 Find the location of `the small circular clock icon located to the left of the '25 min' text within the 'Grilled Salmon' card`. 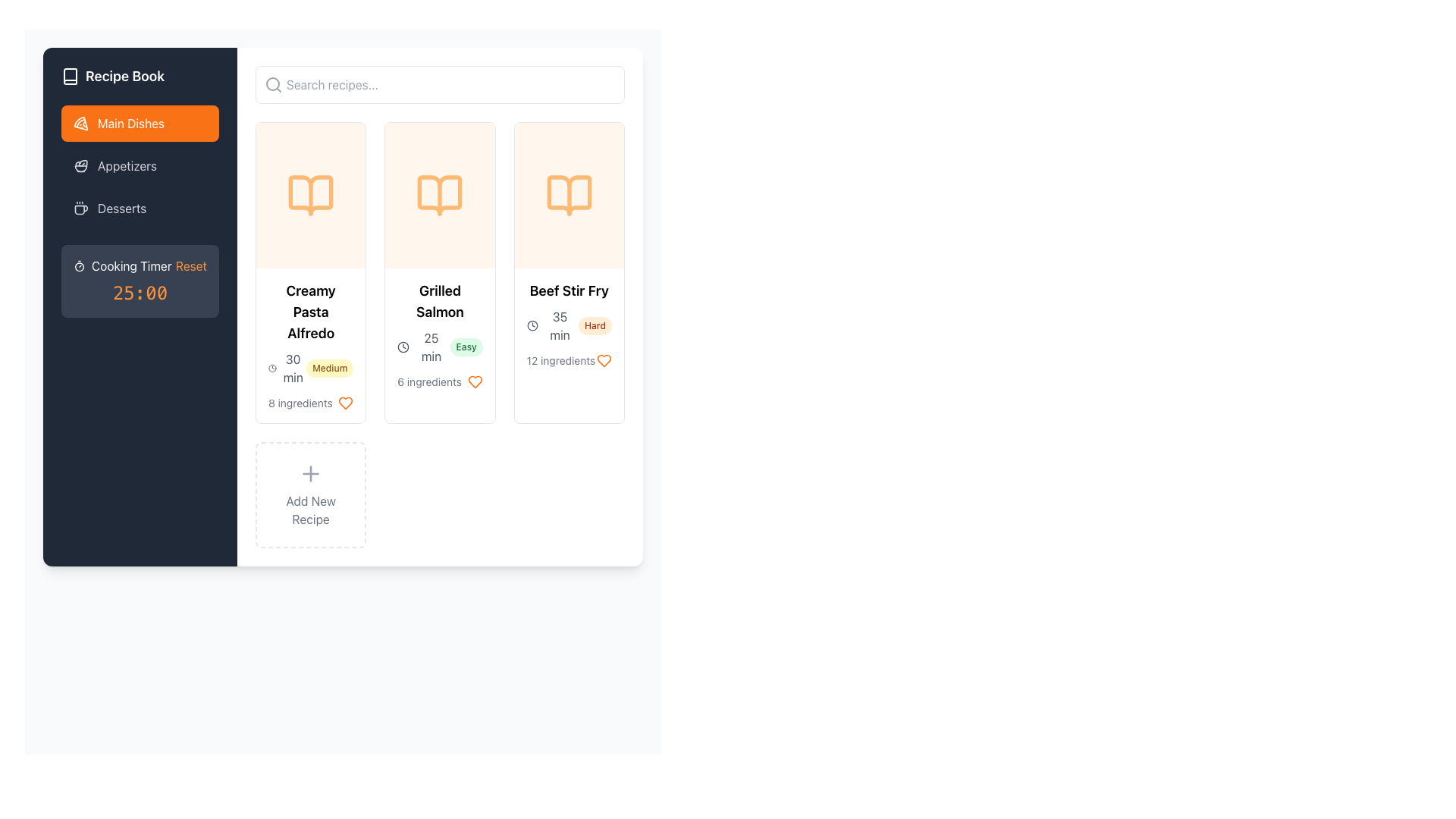

the small circular clock icon located to the left of the '25 min' text within the 'Grilled Salmon' card is located at coordinates (403, 347).